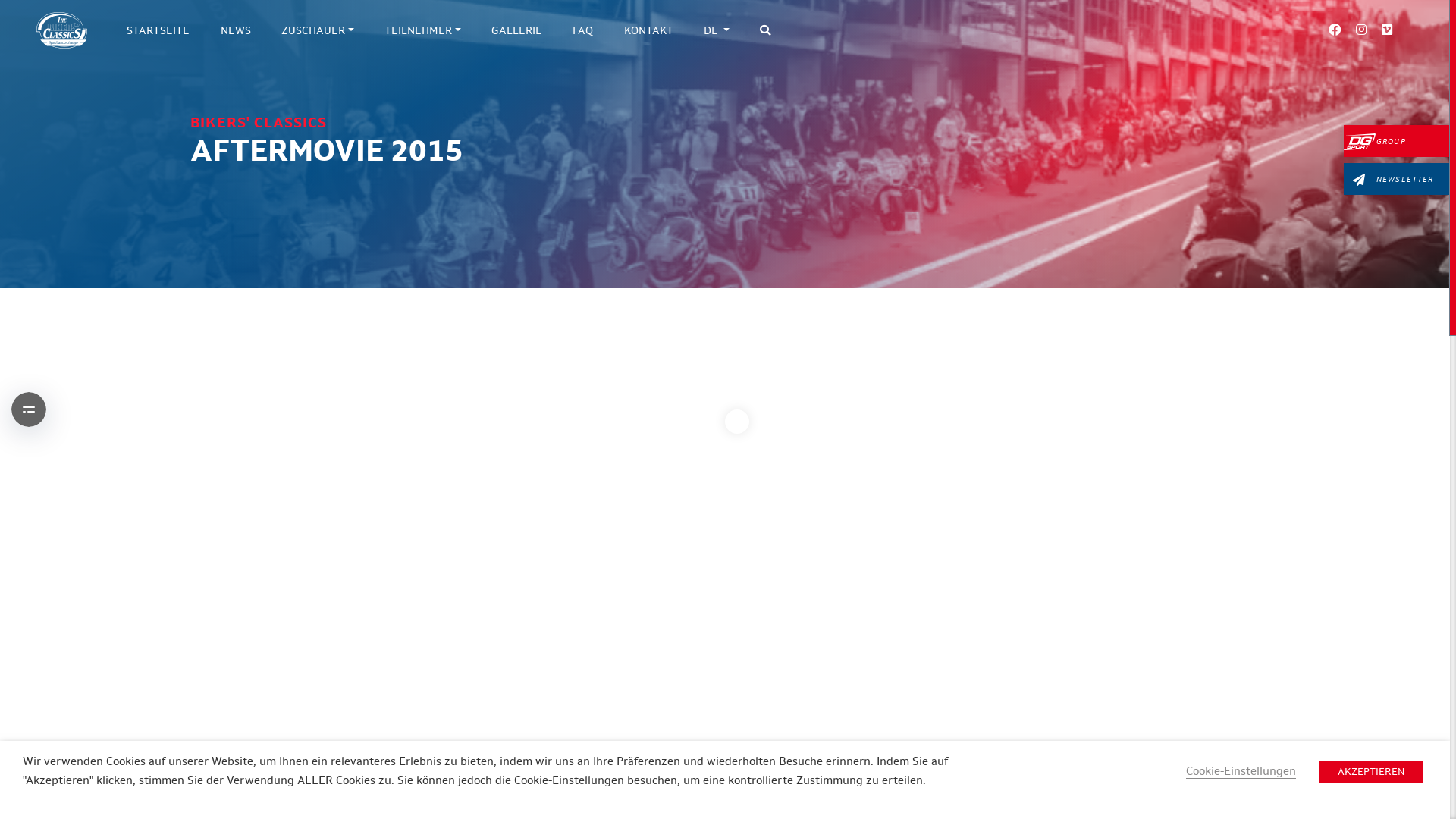 The width and height of the screenshot is (1456, 819). What do you see at coordinates (1241, 771) in the screenshot?
I see `'Cookie-Einstellungen'` at bounding box center [1241, 771].